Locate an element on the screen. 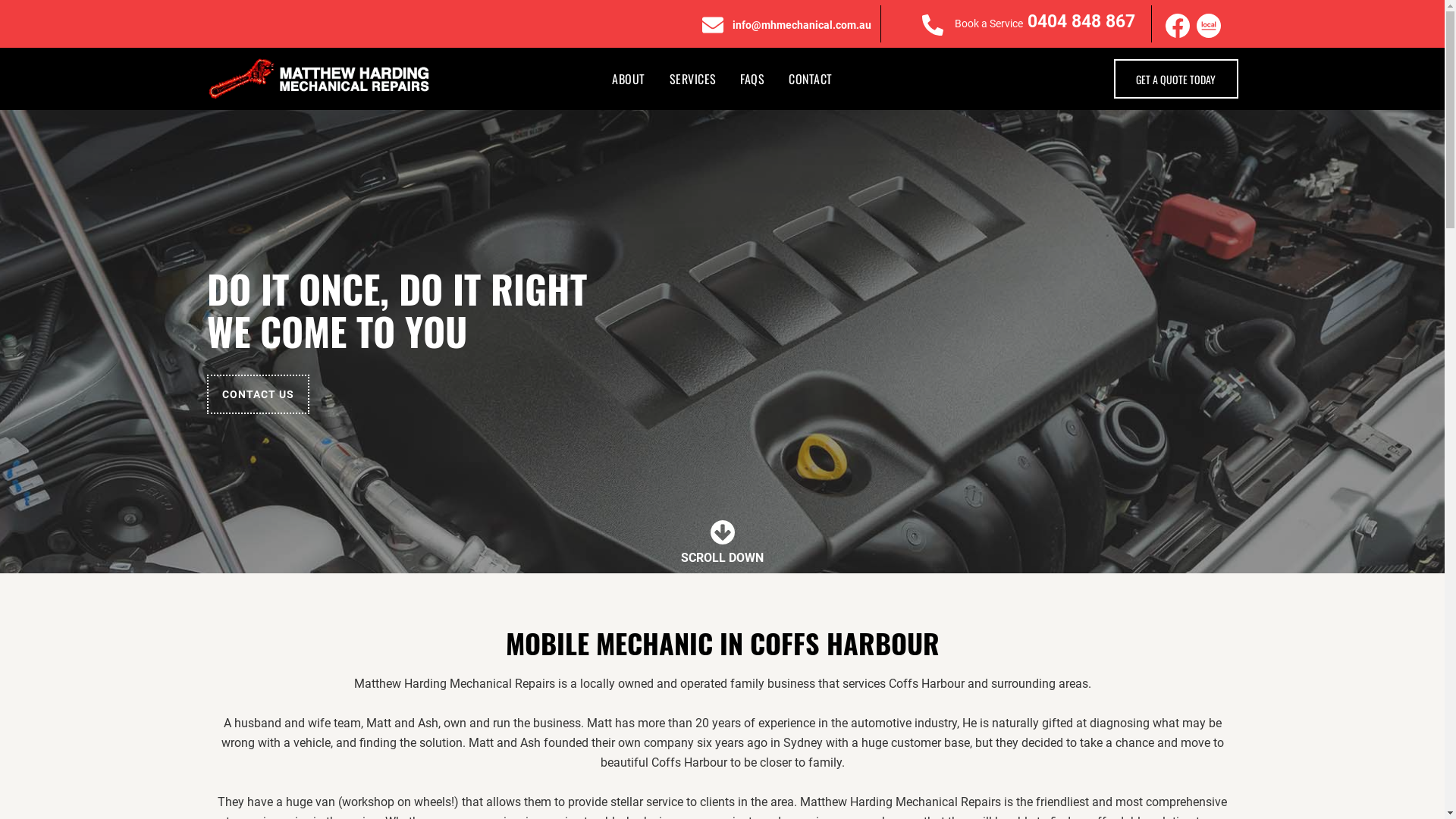 This screenshot has width=1456, height=819. 'FAQS' is located at coordinates (752, 79).